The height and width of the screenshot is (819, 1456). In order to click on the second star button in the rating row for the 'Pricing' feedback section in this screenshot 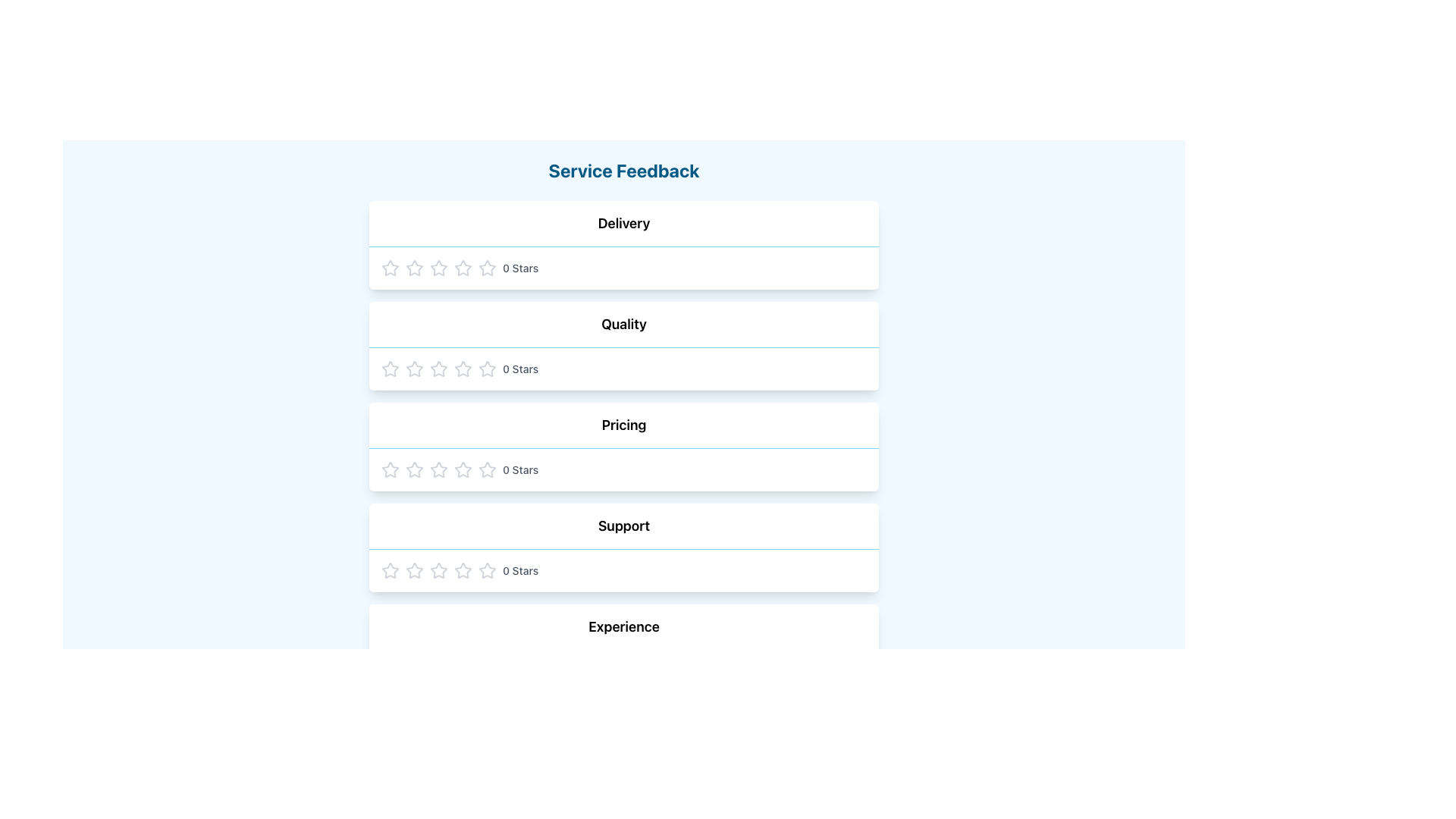, I will do `click(488, 469)`.